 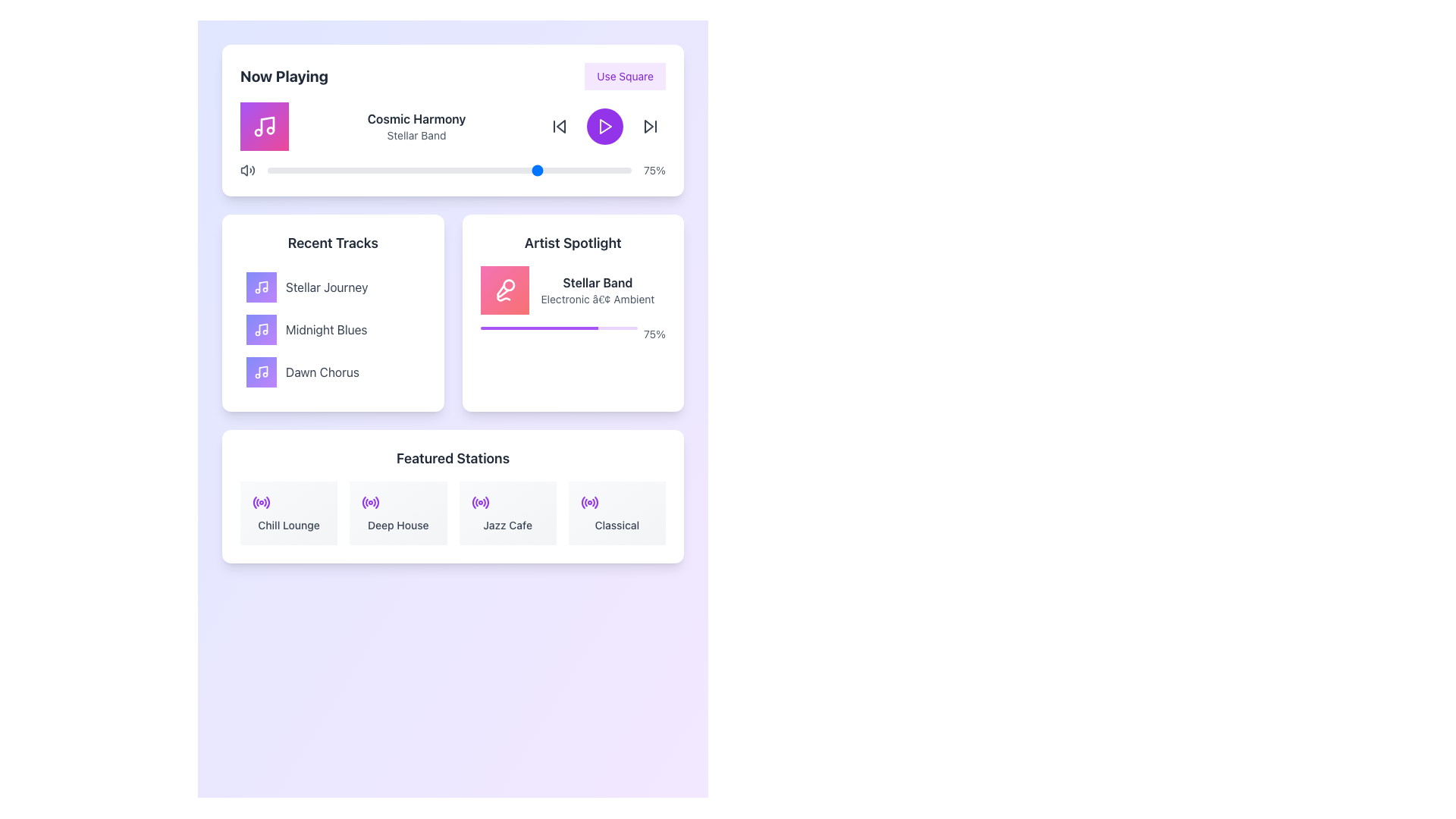 What do you see at coordinates (332, 372) in the screenshot?
I see `the list item displaying the text 'Dawn Chorus' with a musical note icon` at bounding box center [332, 372].